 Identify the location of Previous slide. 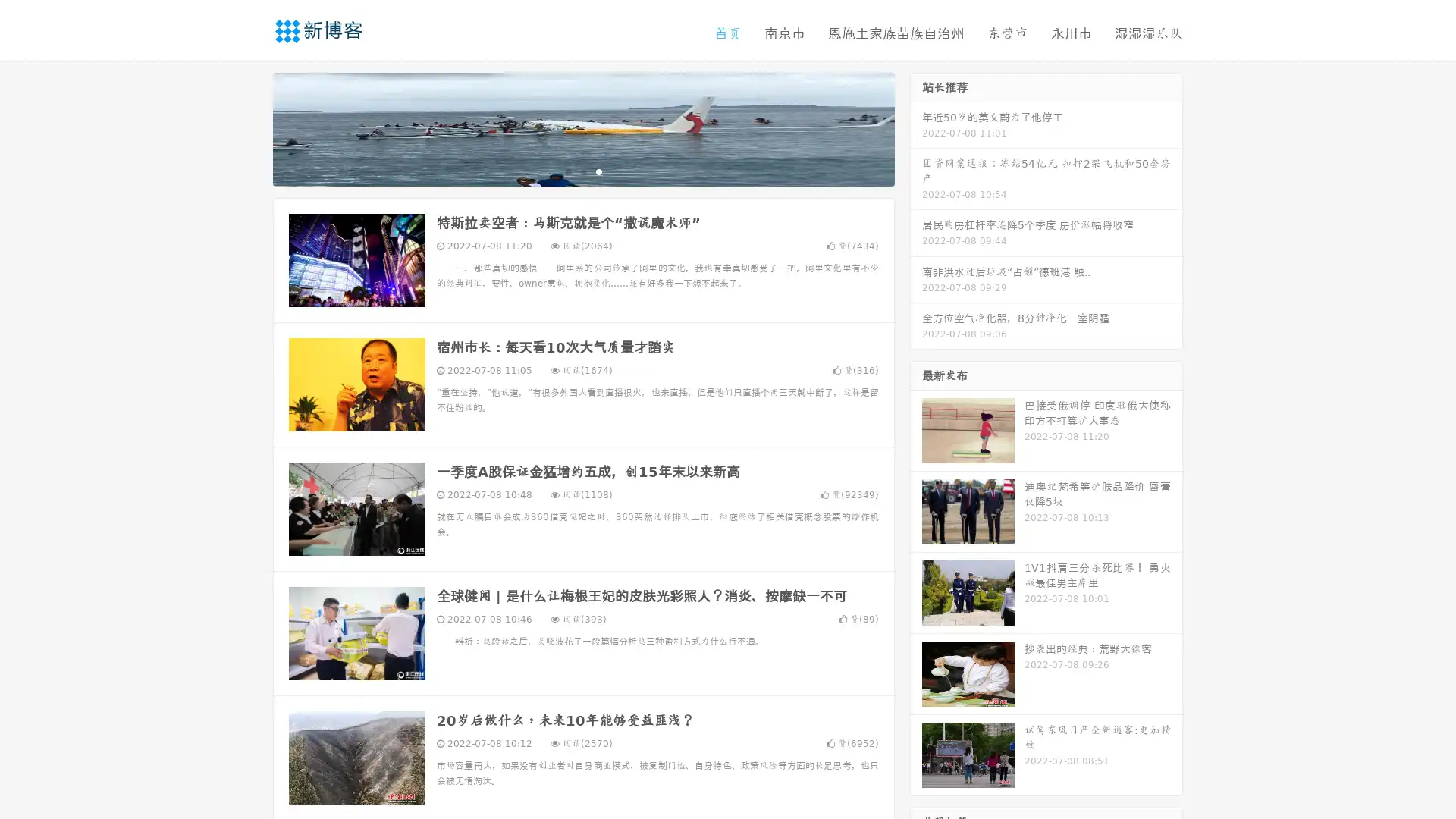
(250, 127).